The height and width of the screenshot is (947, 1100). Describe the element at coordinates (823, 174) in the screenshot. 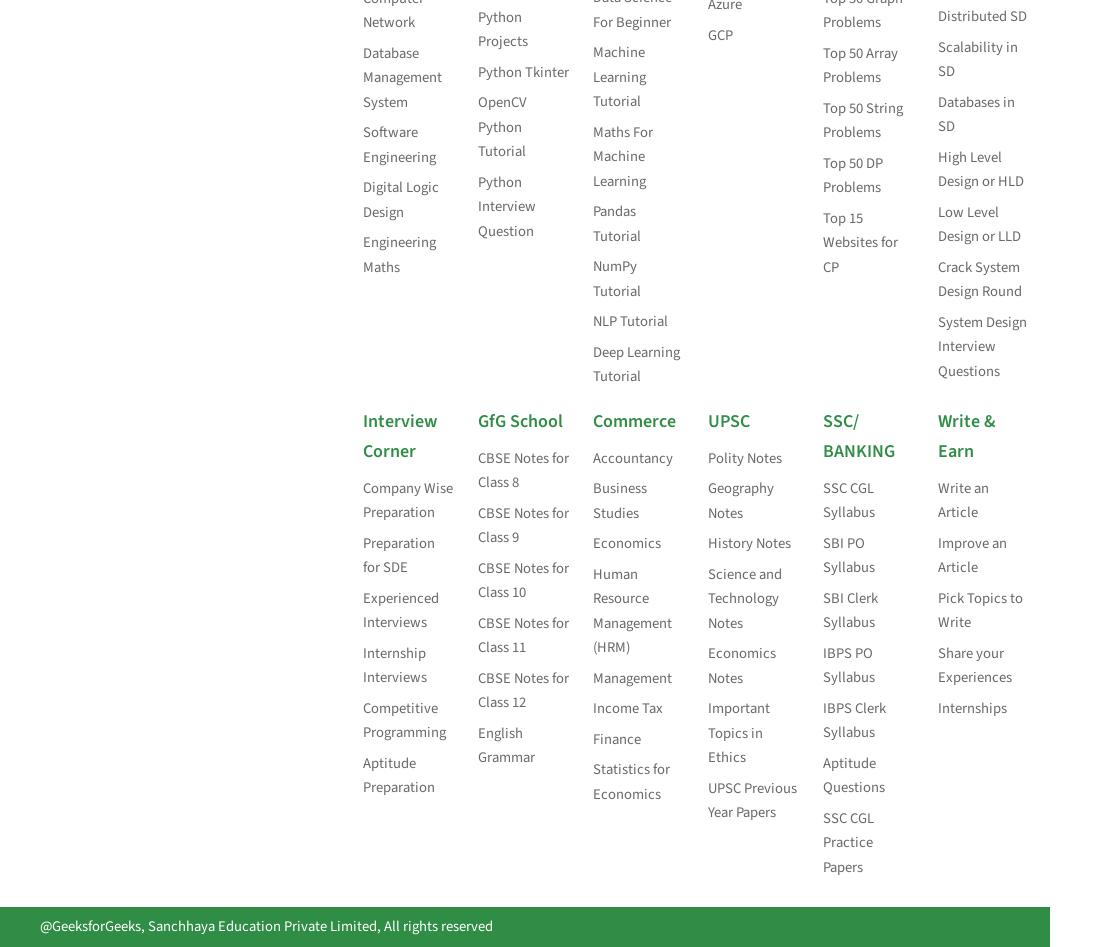

I see `'Top 50 DP Problems'` at that location.